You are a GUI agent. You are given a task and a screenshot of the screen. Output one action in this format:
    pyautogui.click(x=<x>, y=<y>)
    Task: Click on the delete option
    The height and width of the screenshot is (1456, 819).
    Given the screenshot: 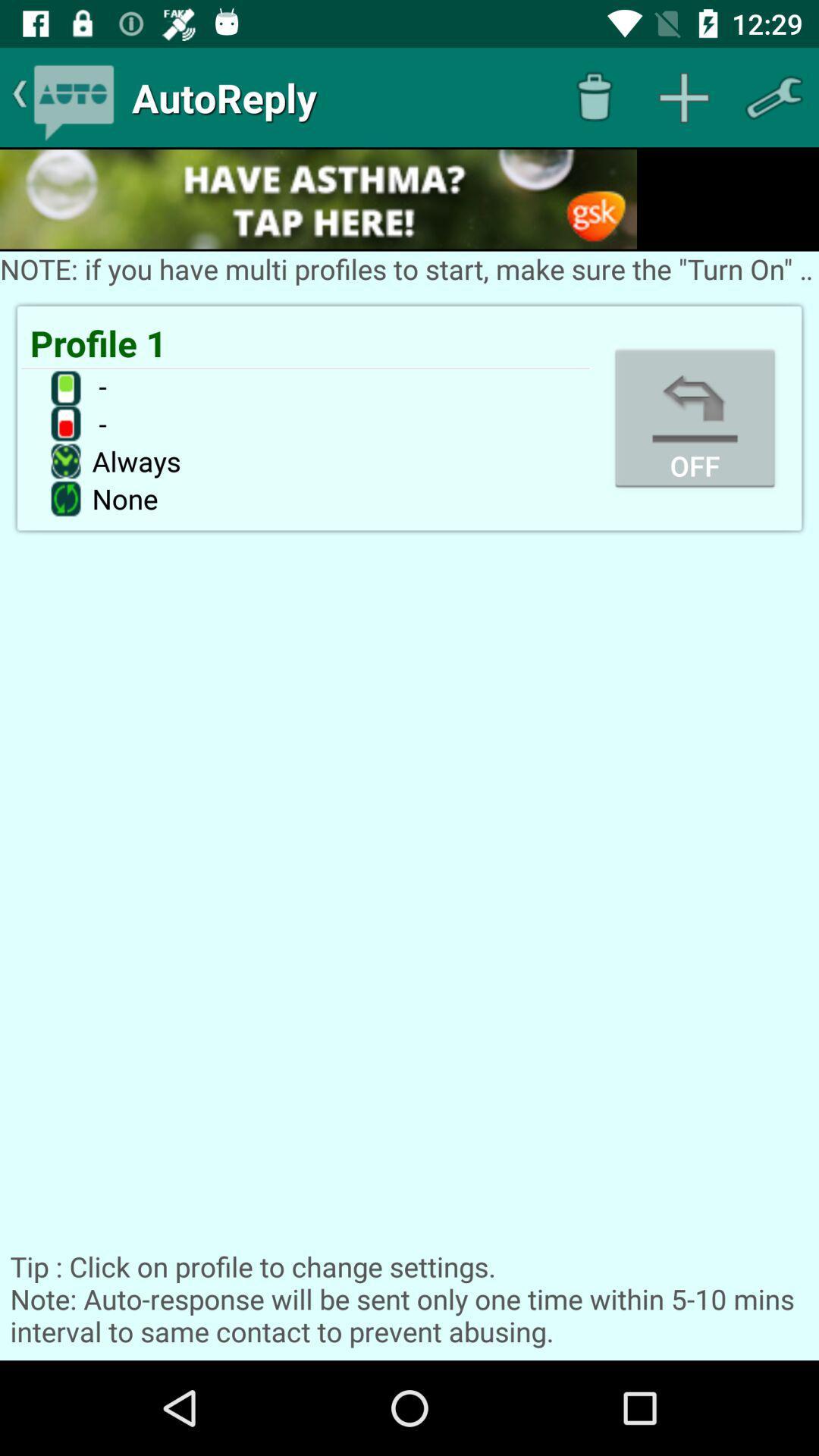 What is the action you would take?
    pyautogui.click(x=593, y=96)
    